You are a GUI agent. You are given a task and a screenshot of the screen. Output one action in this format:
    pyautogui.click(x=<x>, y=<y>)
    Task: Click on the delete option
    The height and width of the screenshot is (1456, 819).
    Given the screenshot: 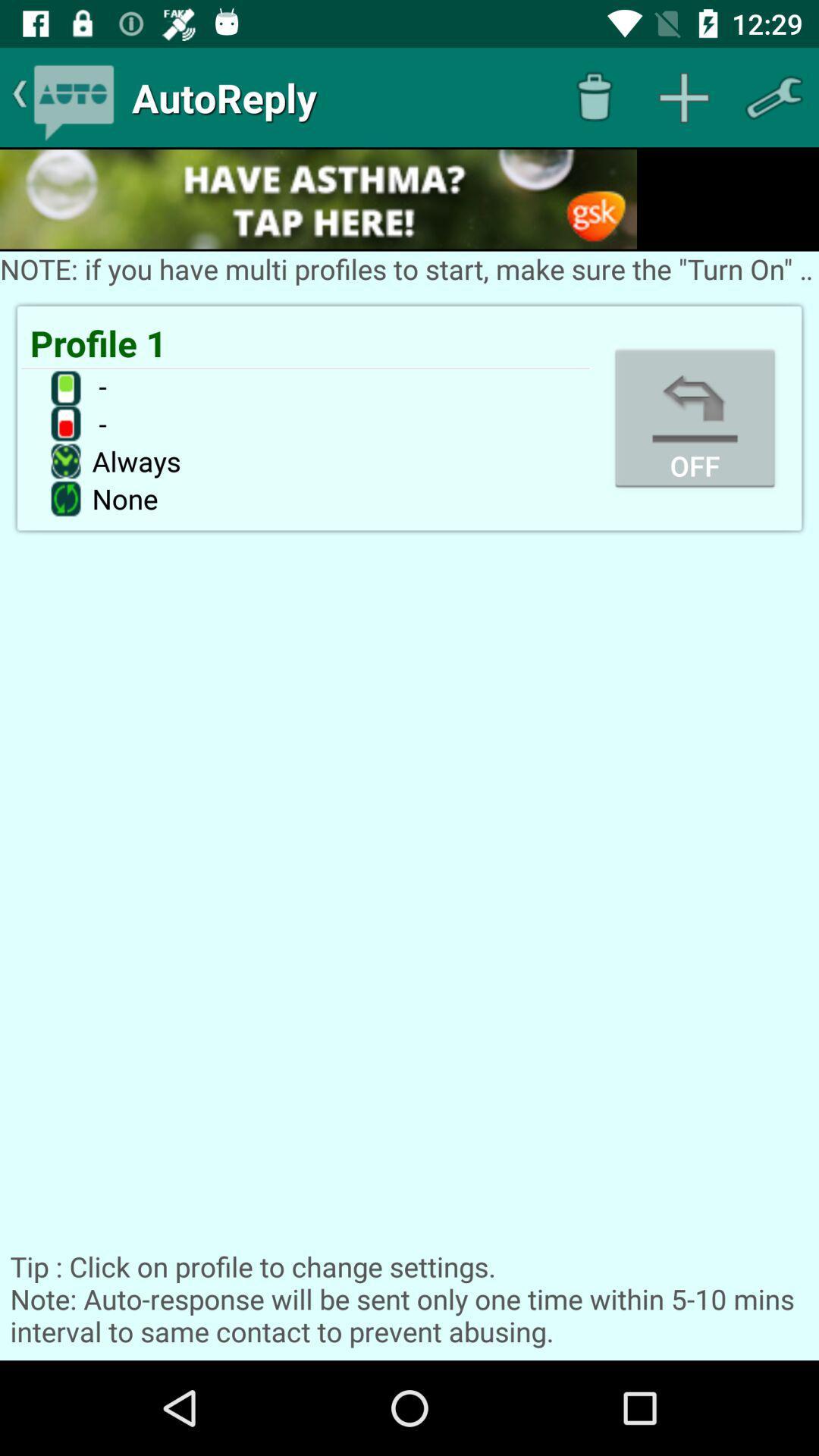 What is the action you would take?
    pyautogui.click(x=593, y=96)
    